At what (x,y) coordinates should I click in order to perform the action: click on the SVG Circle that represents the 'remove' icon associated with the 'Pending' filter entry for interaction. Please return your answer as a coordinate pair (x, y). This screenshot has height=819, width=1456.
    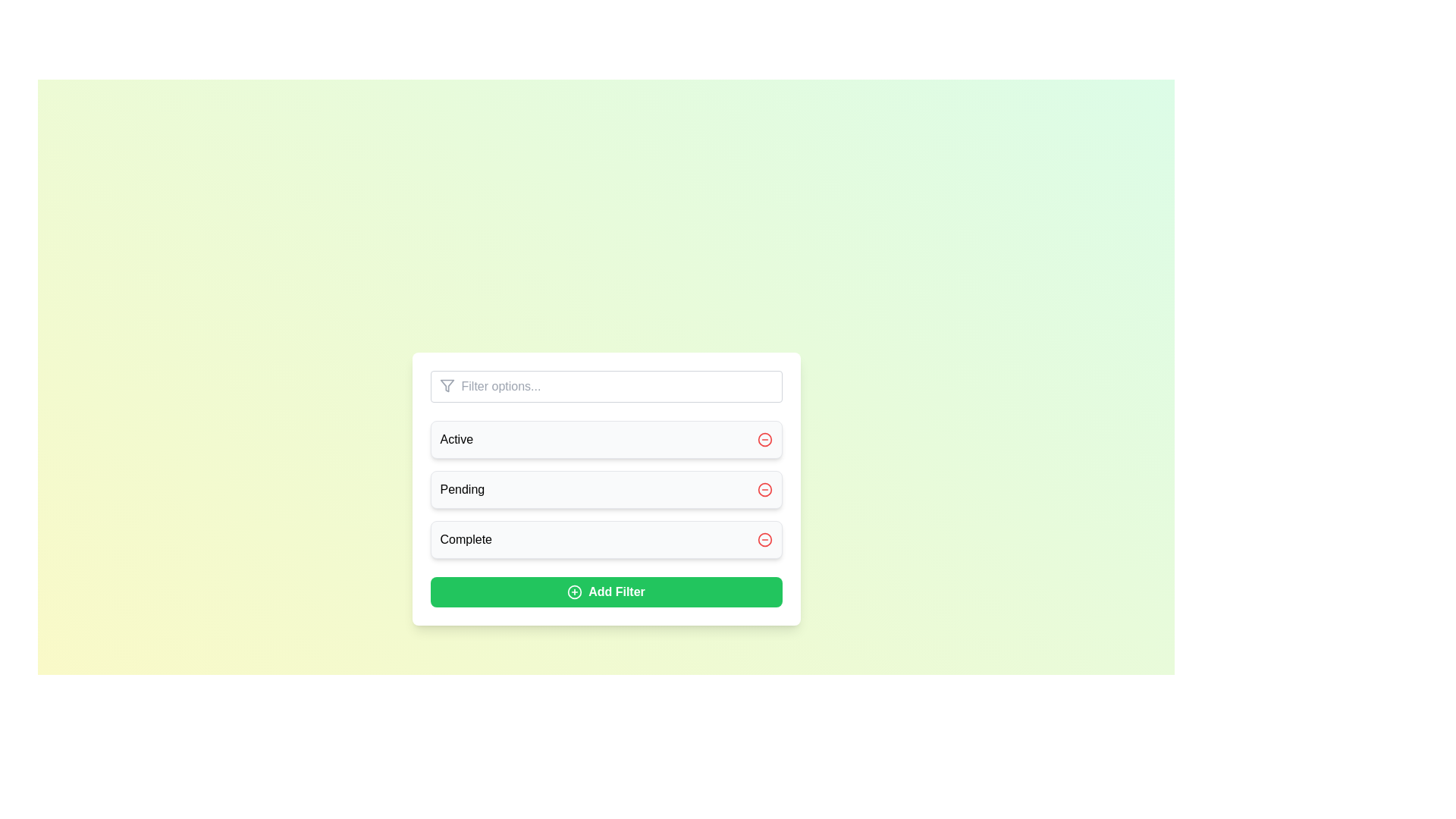
    Looking at the image, I should click on (764, 489).